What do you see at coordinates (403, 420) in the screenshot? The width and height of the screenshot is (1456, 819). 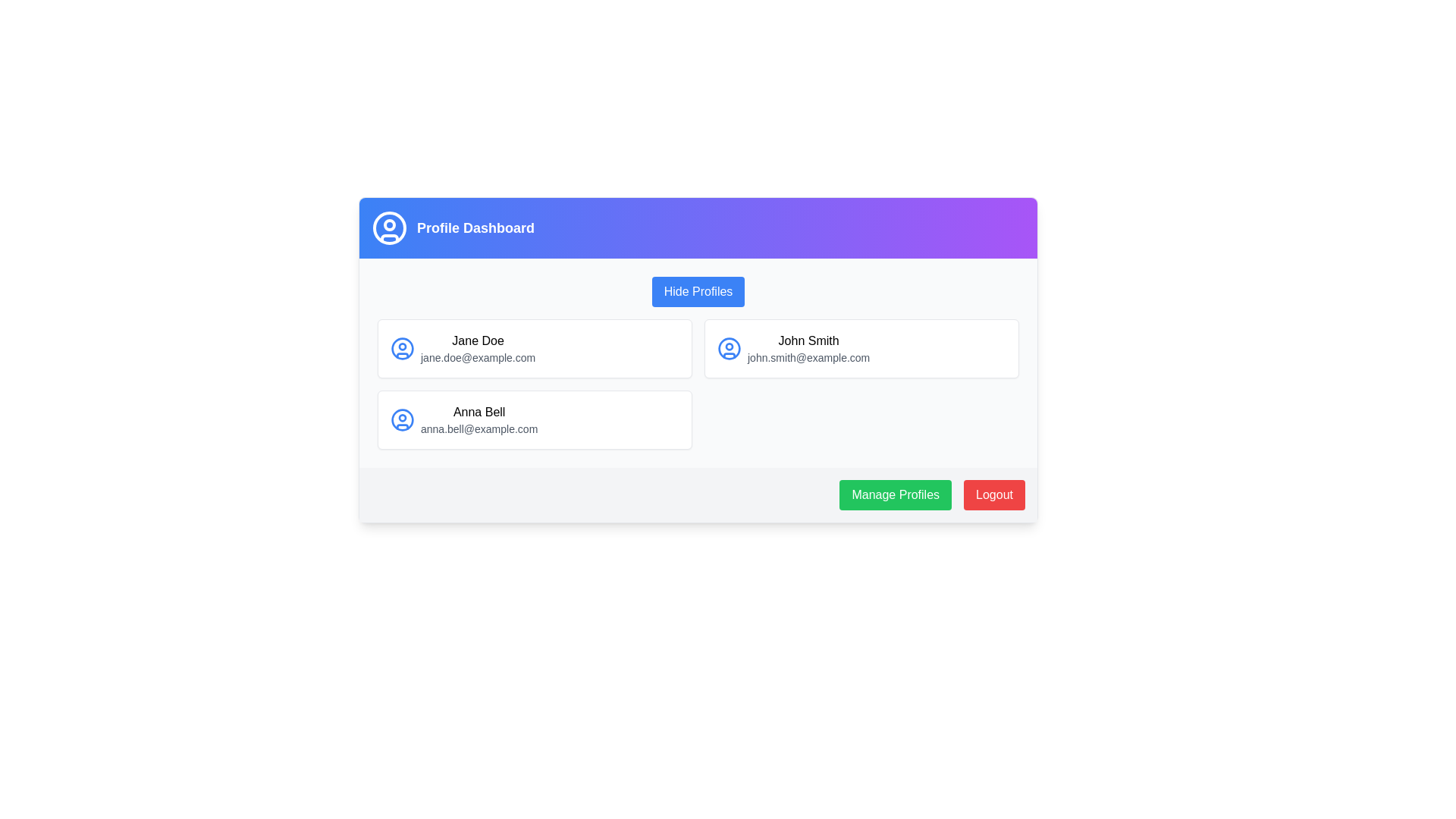 I see `the Decorative Circle that outlines the user profile icon, which is the outermost circle in the profile section` at bounding box center [403, 420].